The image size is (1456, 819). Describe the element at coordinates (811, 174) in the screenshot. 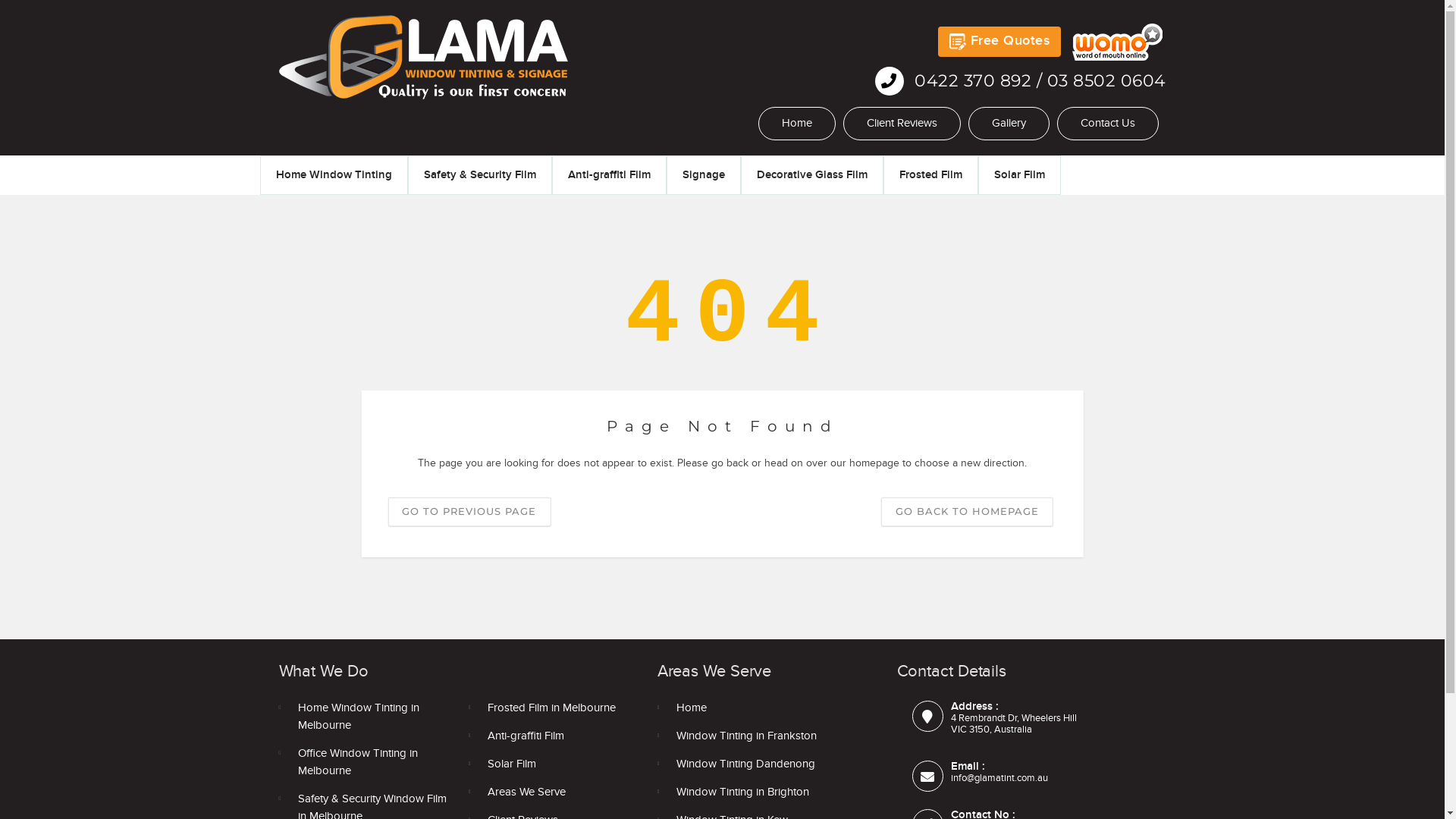

I see `'Decorative Glass Film'` at that location.